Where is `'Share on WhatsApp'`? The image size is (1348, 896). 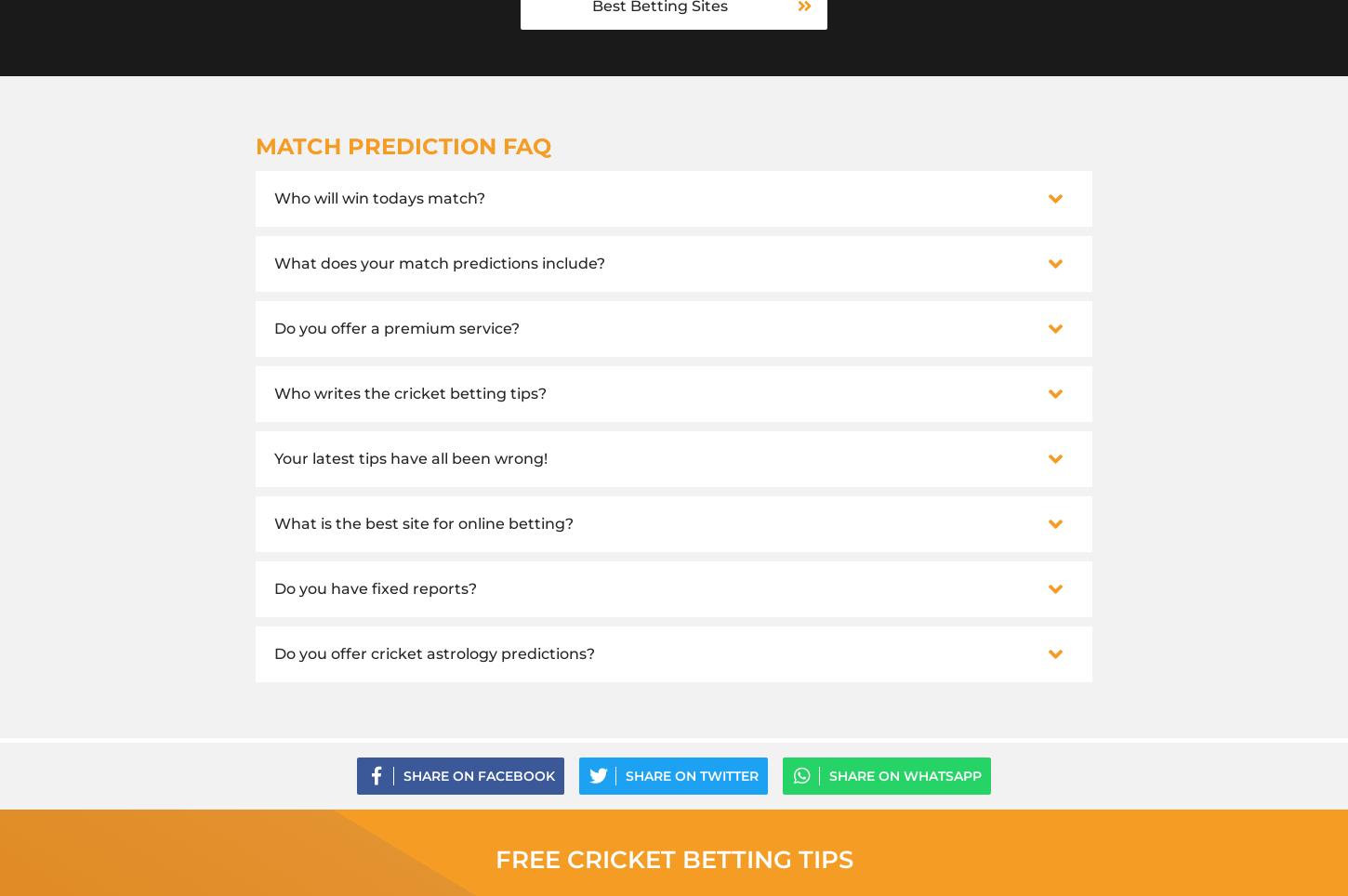
'Share on WhatsApp' is located at coordinates (905, 773).